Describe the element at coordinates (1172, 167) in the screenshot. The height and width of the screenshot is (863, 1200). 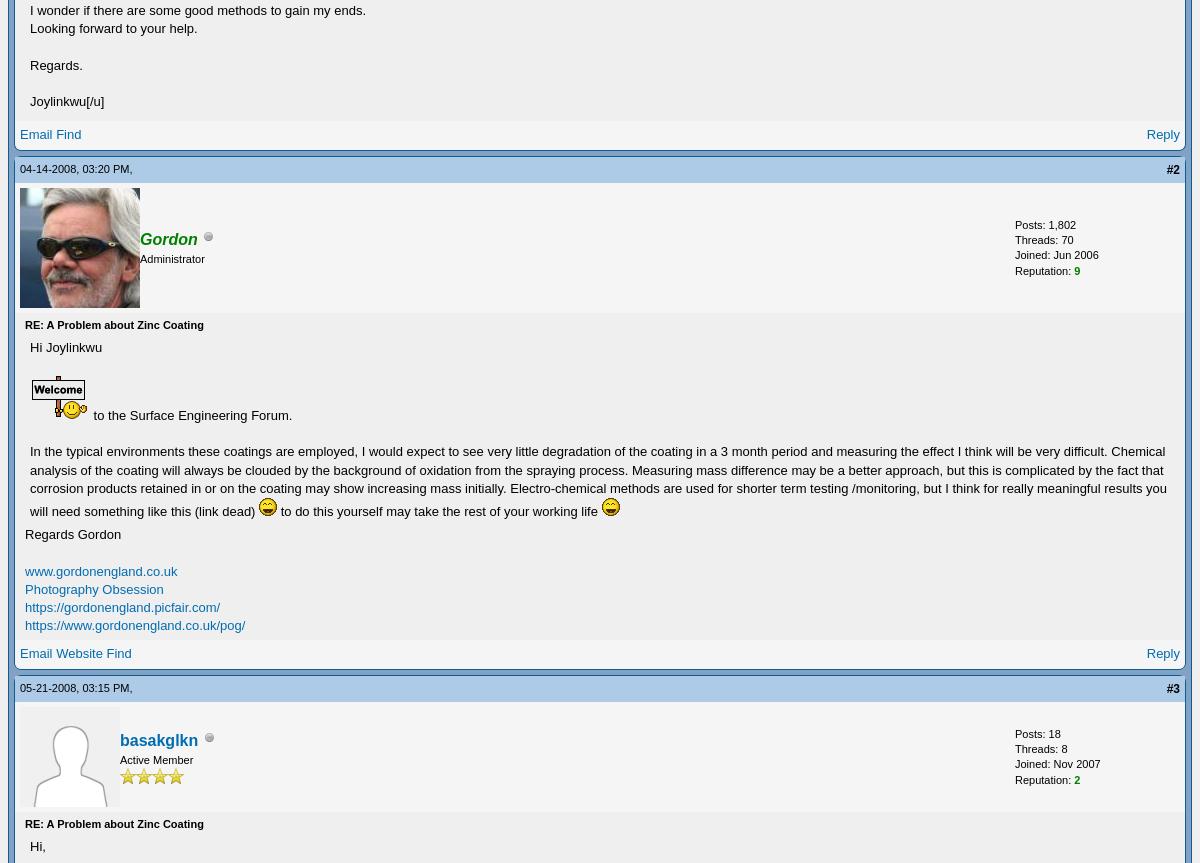
I see `'#2'` at that location.